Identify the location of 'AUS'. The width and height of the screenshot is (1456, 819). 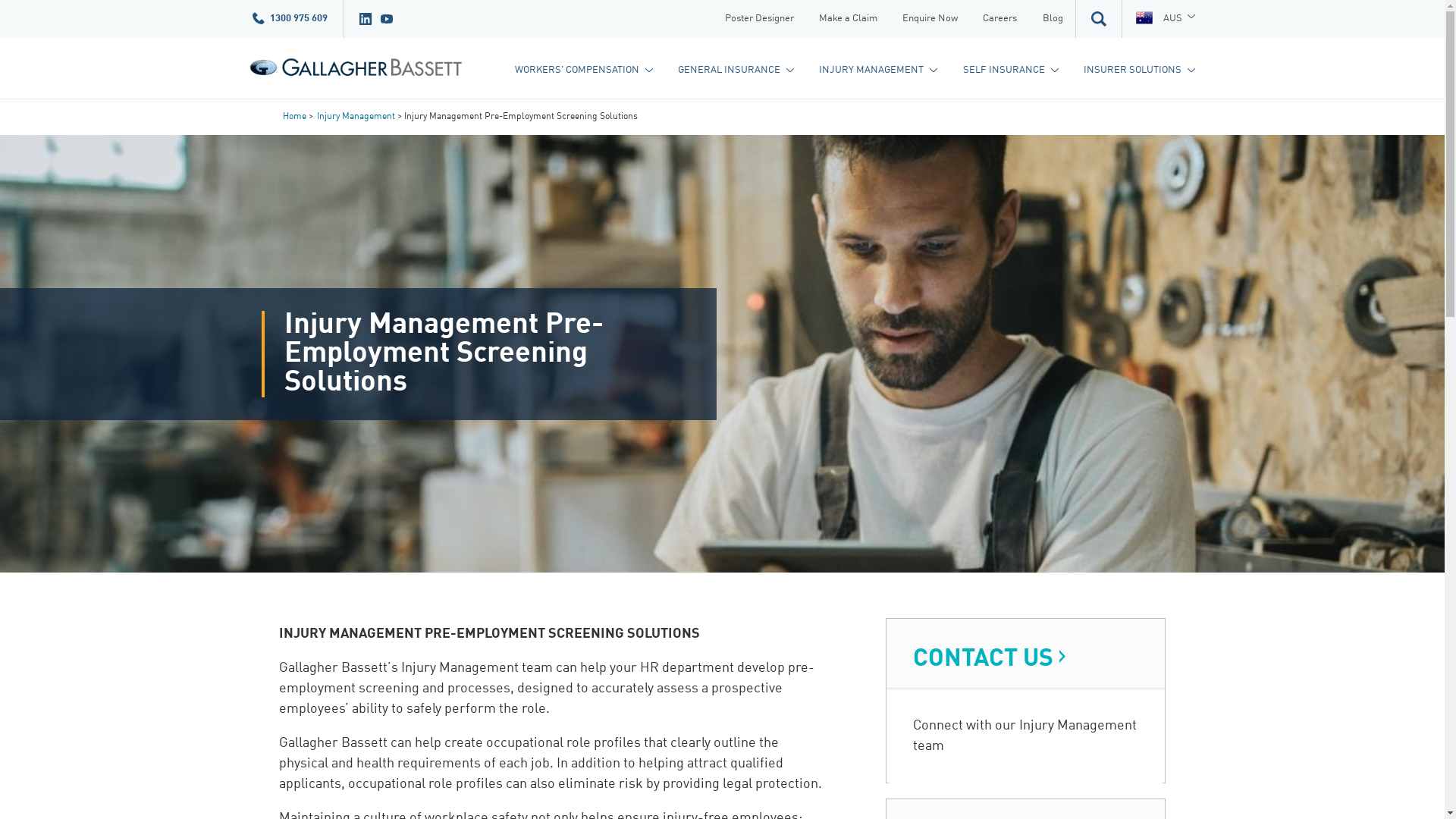
(1164, 18).